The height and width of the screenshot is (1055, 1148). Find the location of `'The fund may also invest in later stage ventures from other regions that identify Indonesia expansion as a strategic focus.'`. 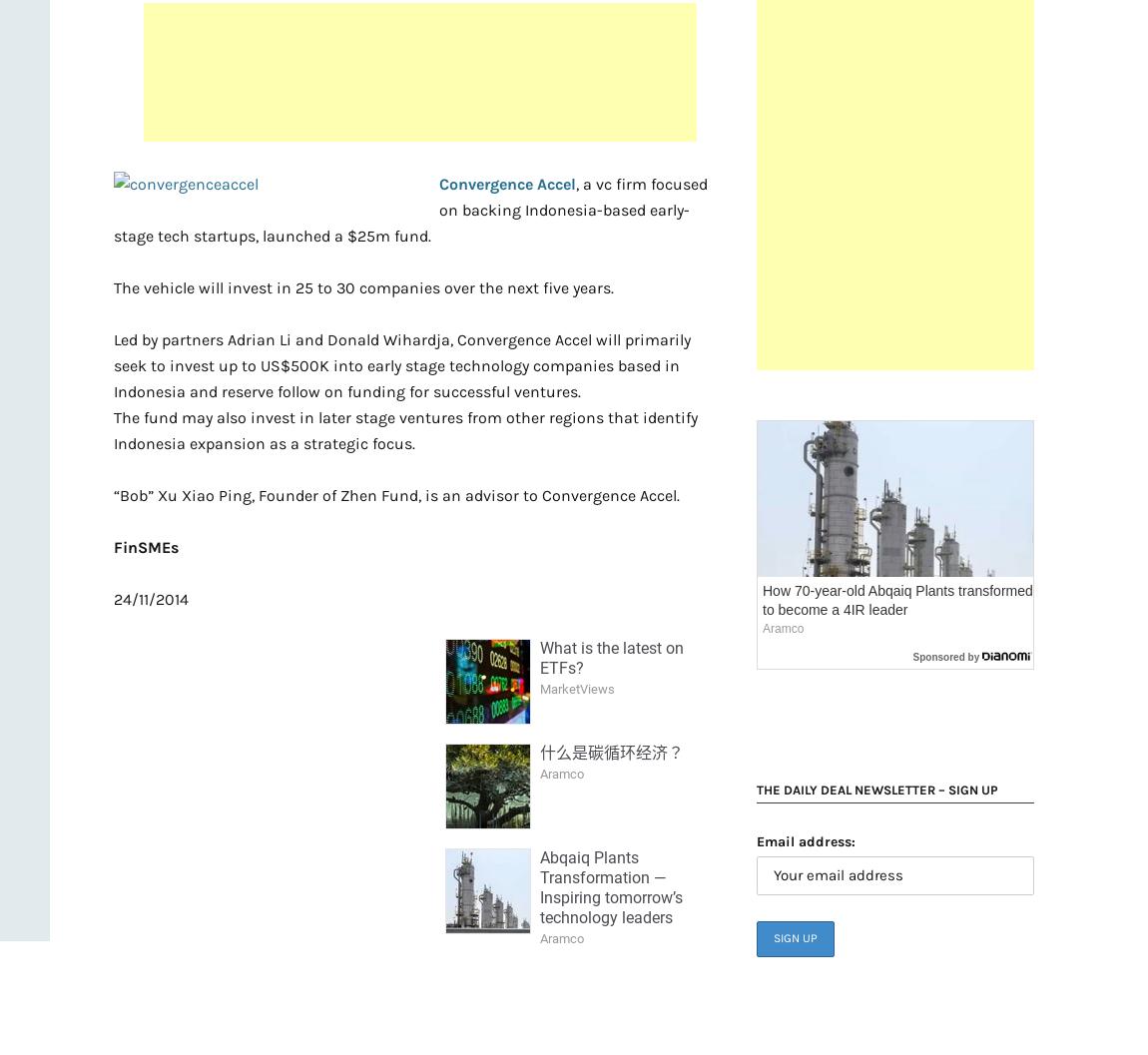

'The fund may also invest in later stage ventures from other regions that identify Indonesia expansion as a strategic focus.' is located at coordinates (405, 429).